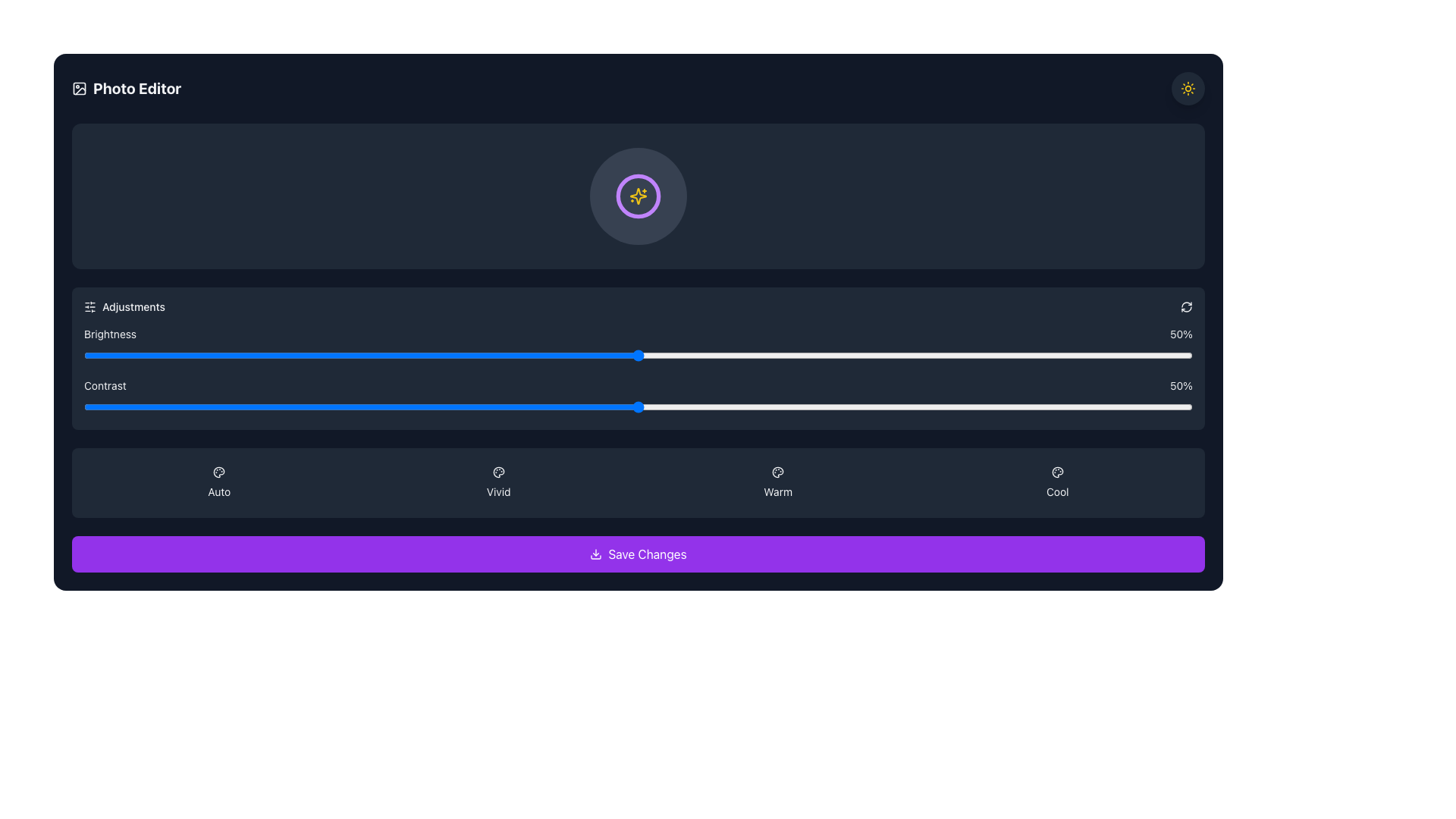 The width and height of the screenshot is (1456, 819). What do you see at coordinates (778, 472) in the screenshot?
I see `the artistic action icon located in the header area of the interface, which is adjacent to other thematic controls` at bounding box center [778, 472].